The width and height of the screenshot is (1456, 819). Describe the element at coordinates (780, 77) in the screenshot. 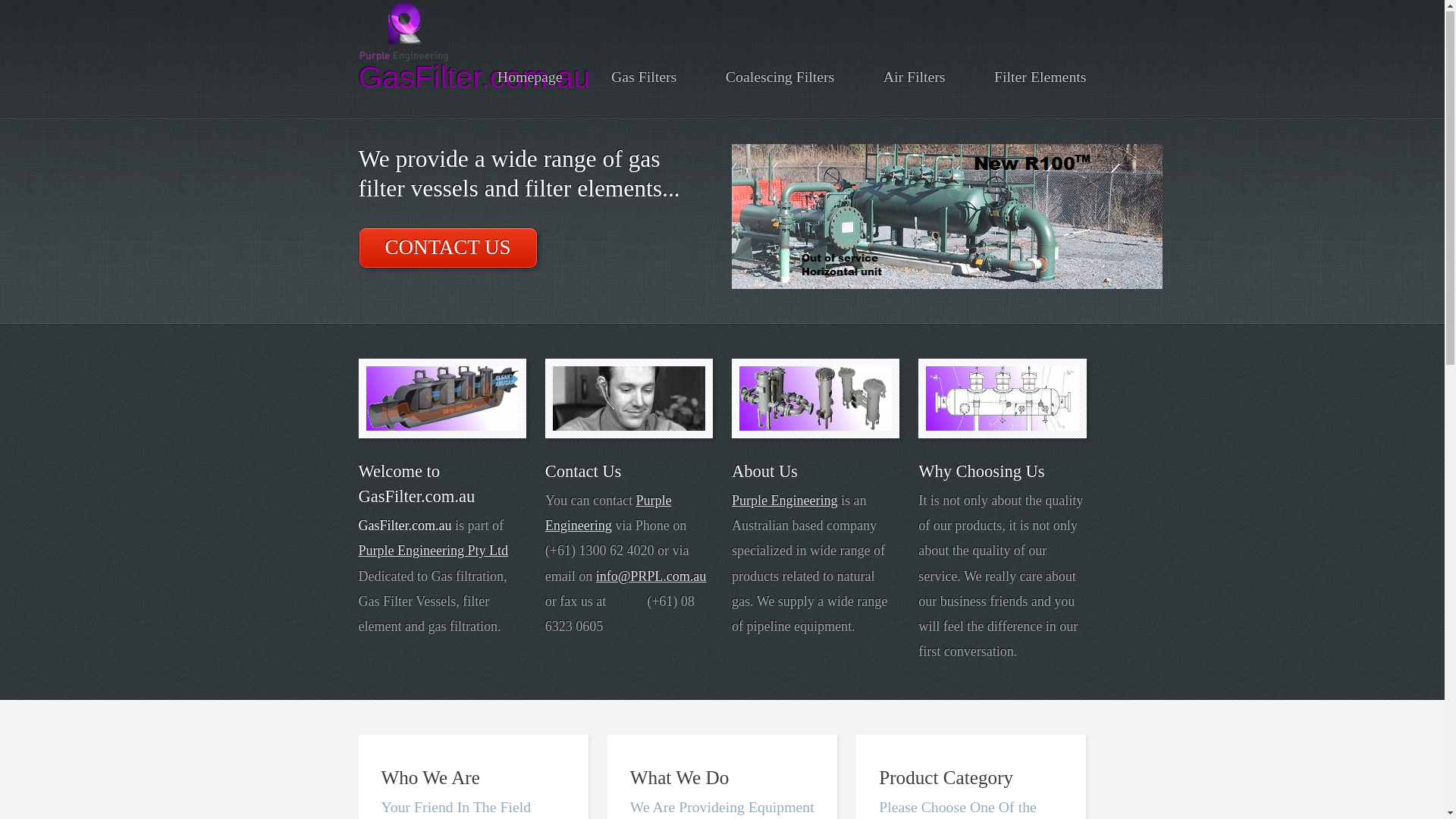

I see `'Coalescing Filters'` at that location.